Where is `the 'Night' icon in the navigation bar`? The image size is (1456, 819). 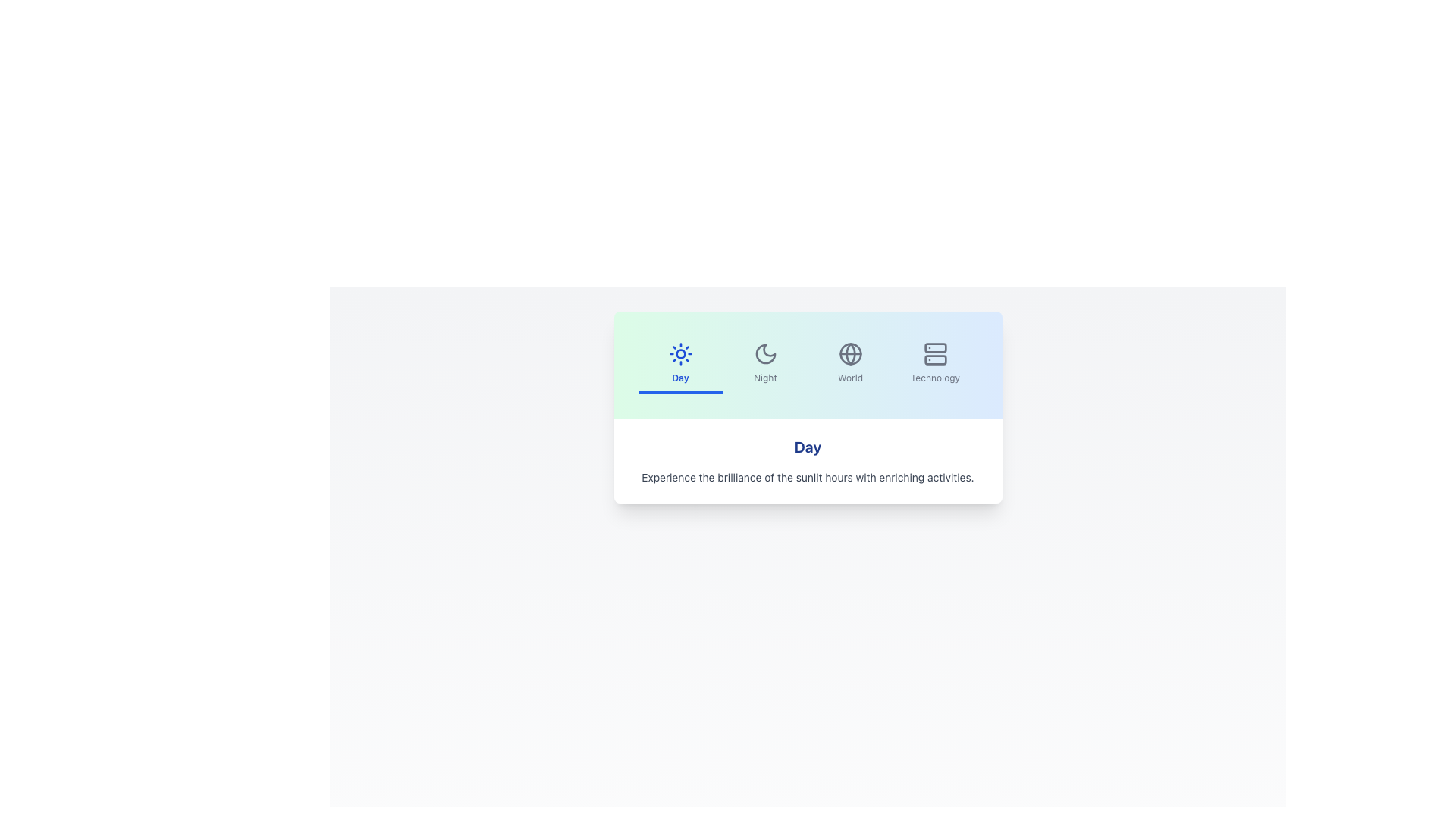
the 'Night' icon in the navigation bar is located at coordinates (765, 353).